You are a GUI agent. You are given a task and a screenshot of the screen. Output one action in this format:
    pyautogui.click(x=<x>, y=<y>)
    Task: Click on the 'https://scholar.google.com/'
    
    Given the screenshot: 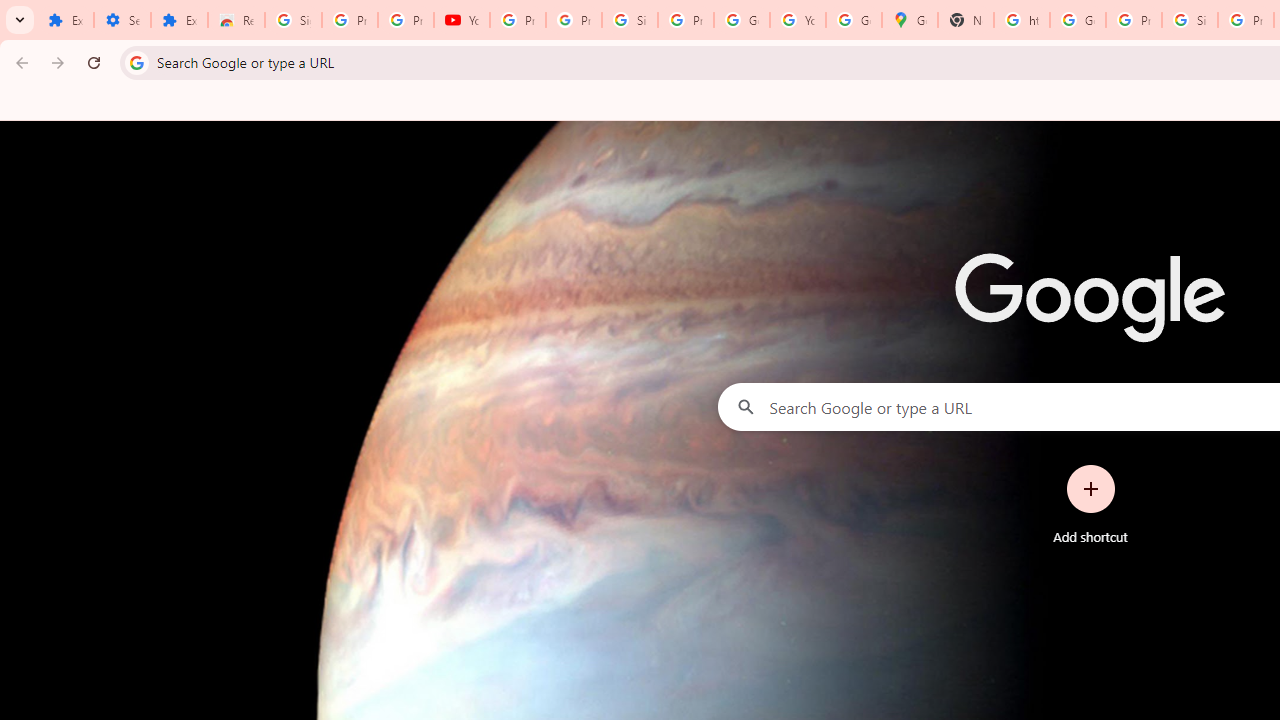 What is the action you would take?
    pyautogui.click(x=1022, y=20)
    